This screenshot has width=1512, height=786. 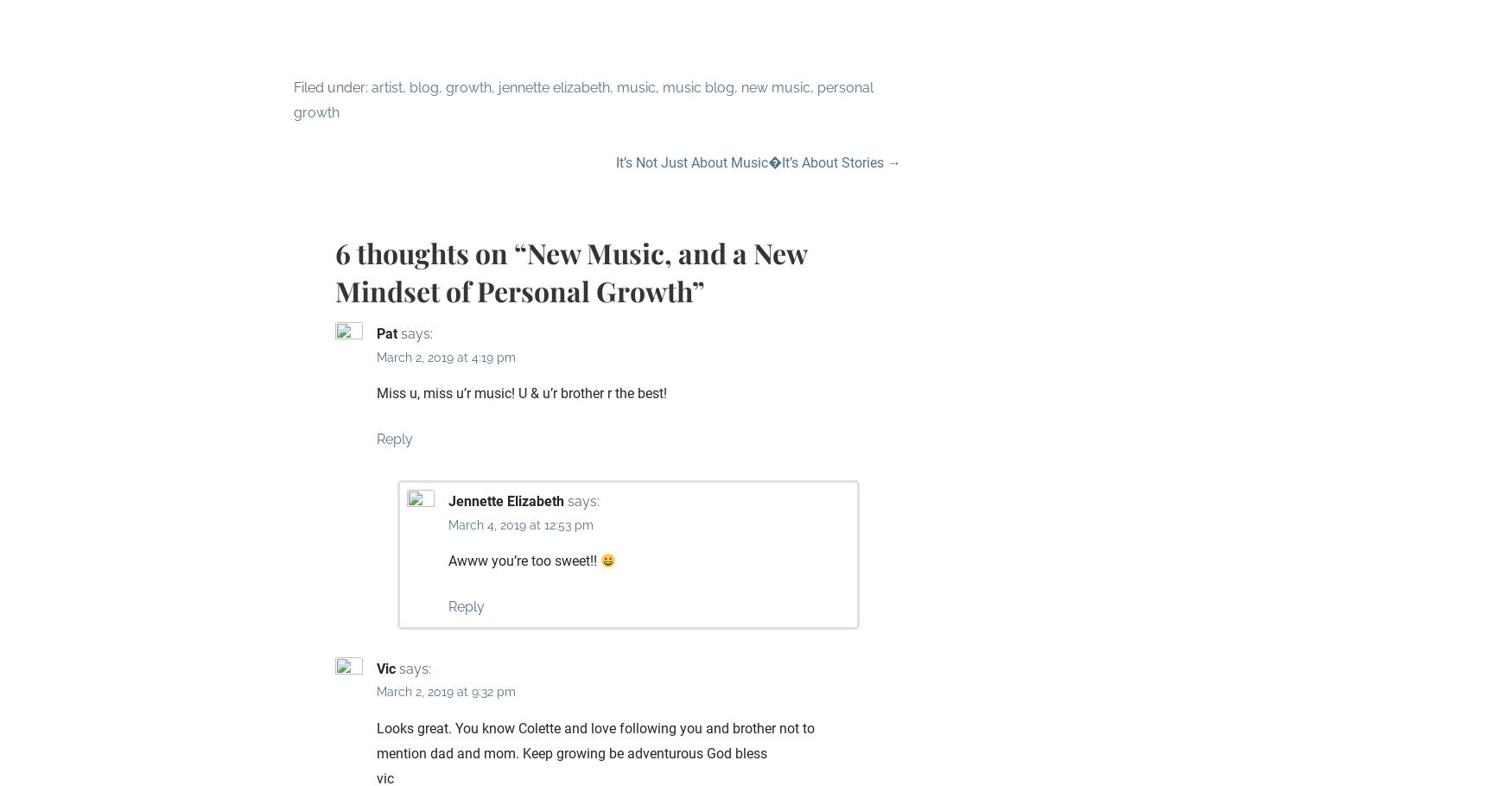 I want to click on 'music', so click(x=636, y=87).